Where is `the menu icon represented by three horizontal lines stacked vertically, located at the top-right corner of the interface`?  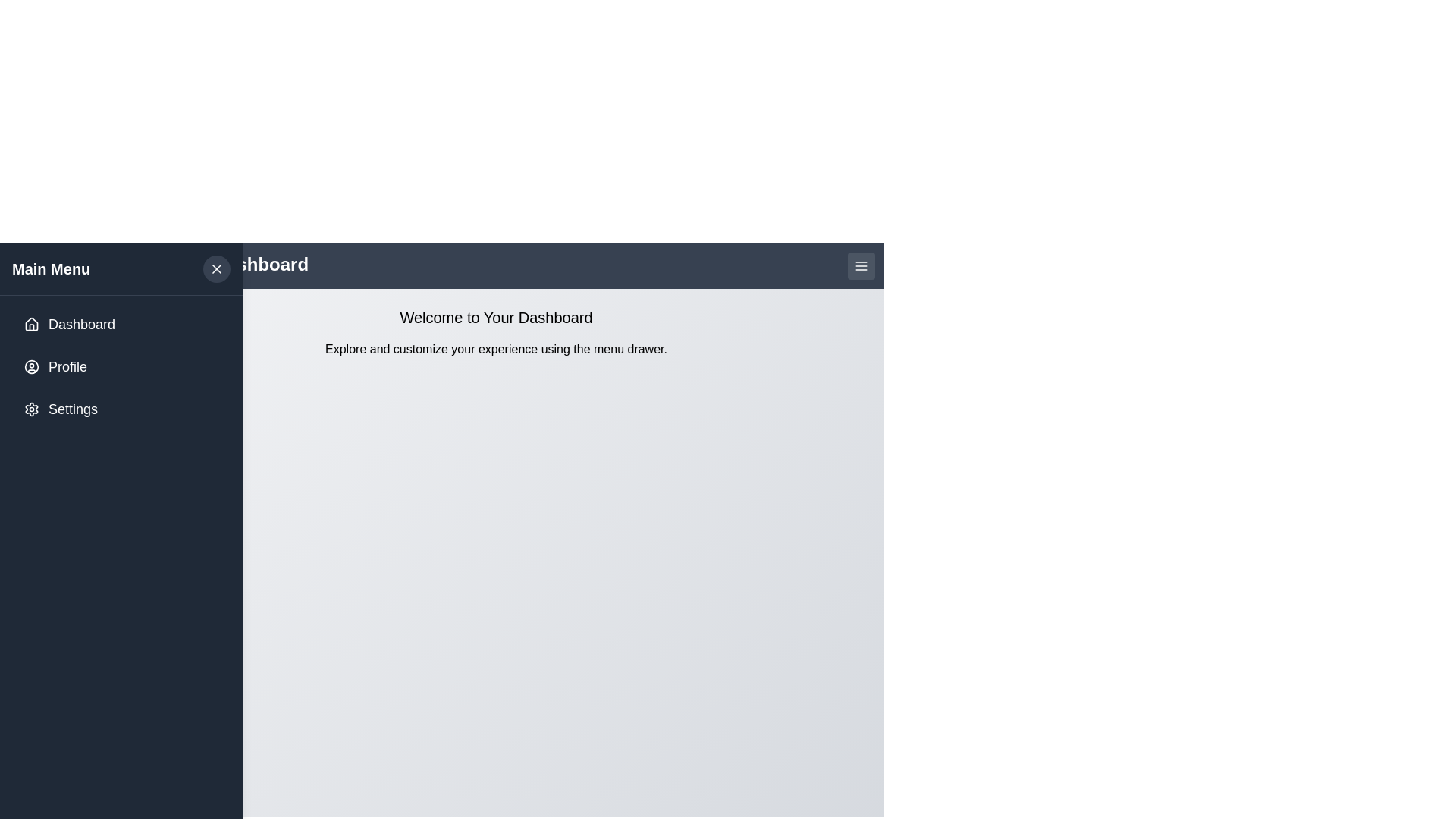
the menu icon represented by three horizontal lines stacked vertically, located at the top-right corner of the interface is located at coordinates (861, 265).